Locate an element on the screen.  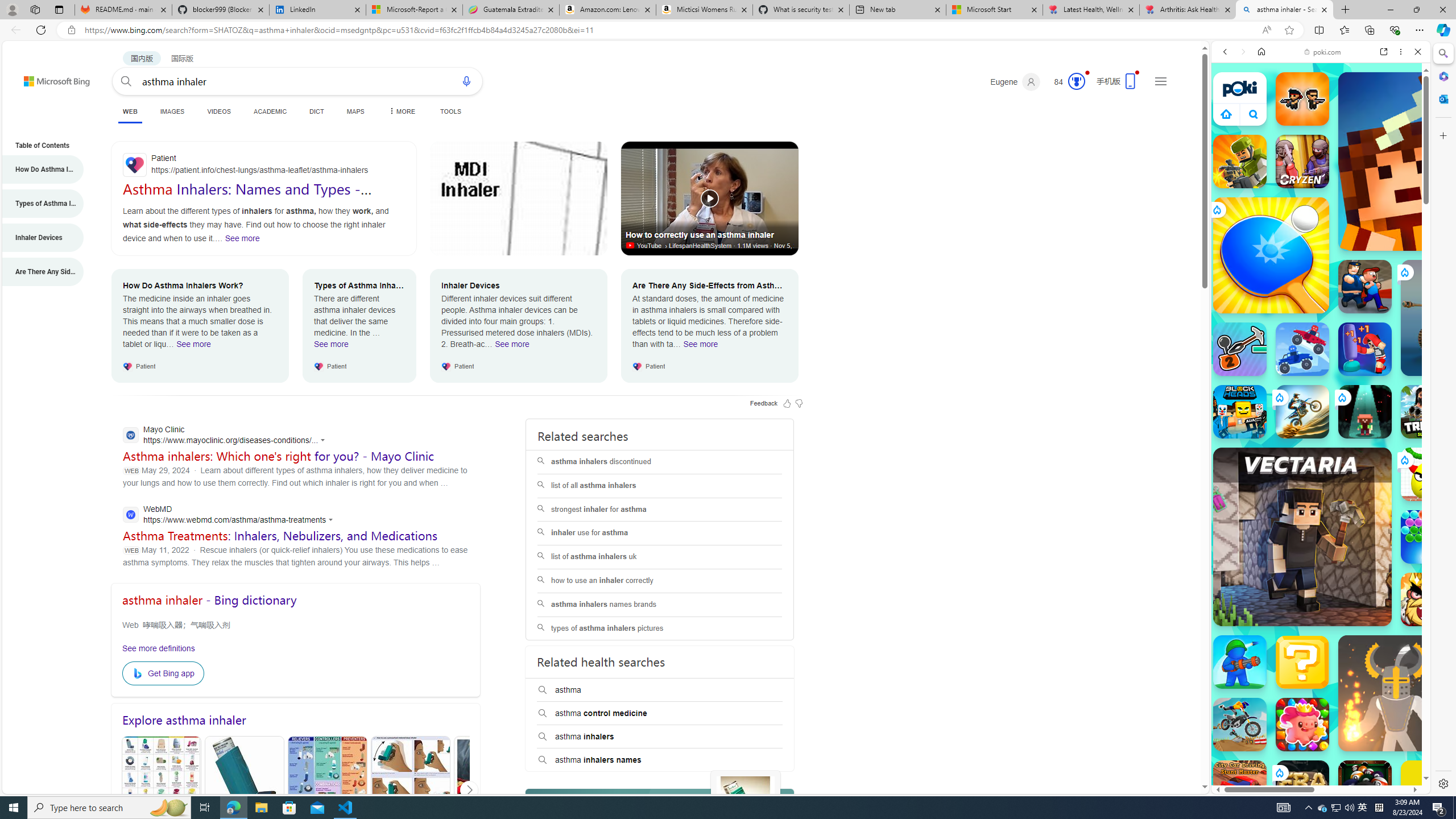
'list of asthma inhalers uk' is located at coordinates (659, 556).